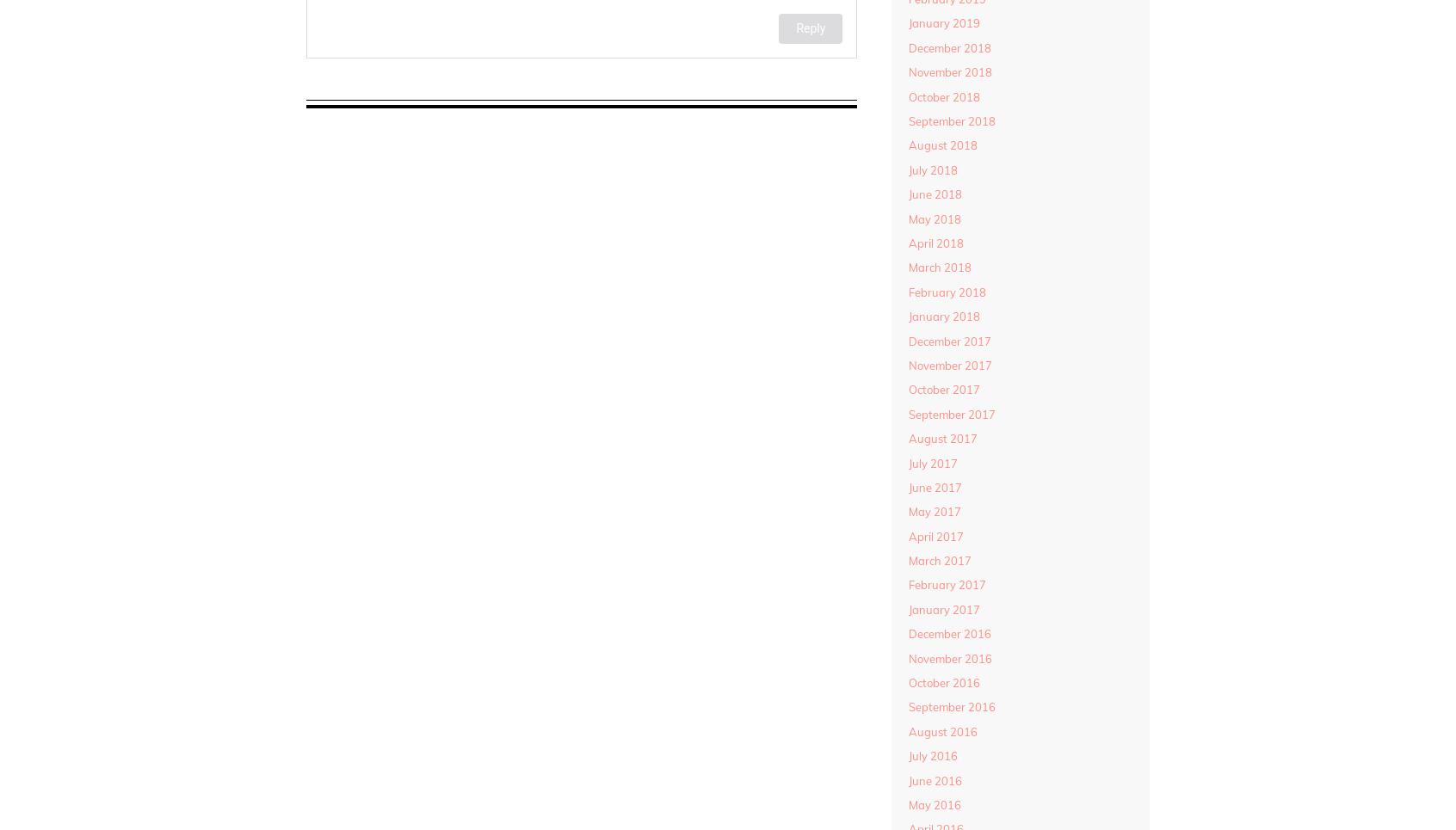 Image resolution: width=1456 pixels, height=830 pixels. I want to click on 'December 2018', so click(949, 47).